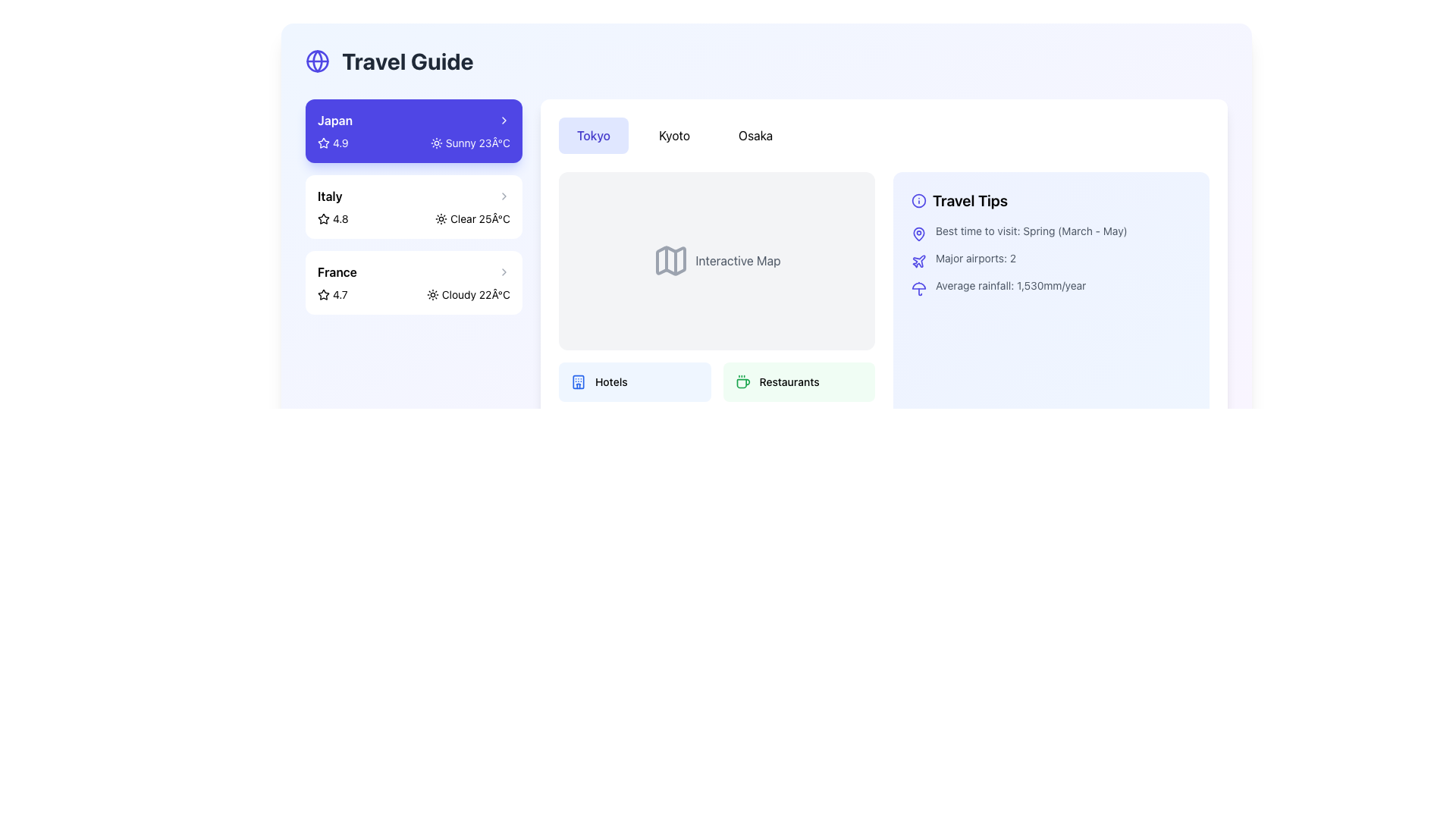 The image size is (1456, 819). I want to click on the airport icon located before the 'Major airports: 2' text in the 'Travel Tips' section on the right side of the page, so click(918, 260).